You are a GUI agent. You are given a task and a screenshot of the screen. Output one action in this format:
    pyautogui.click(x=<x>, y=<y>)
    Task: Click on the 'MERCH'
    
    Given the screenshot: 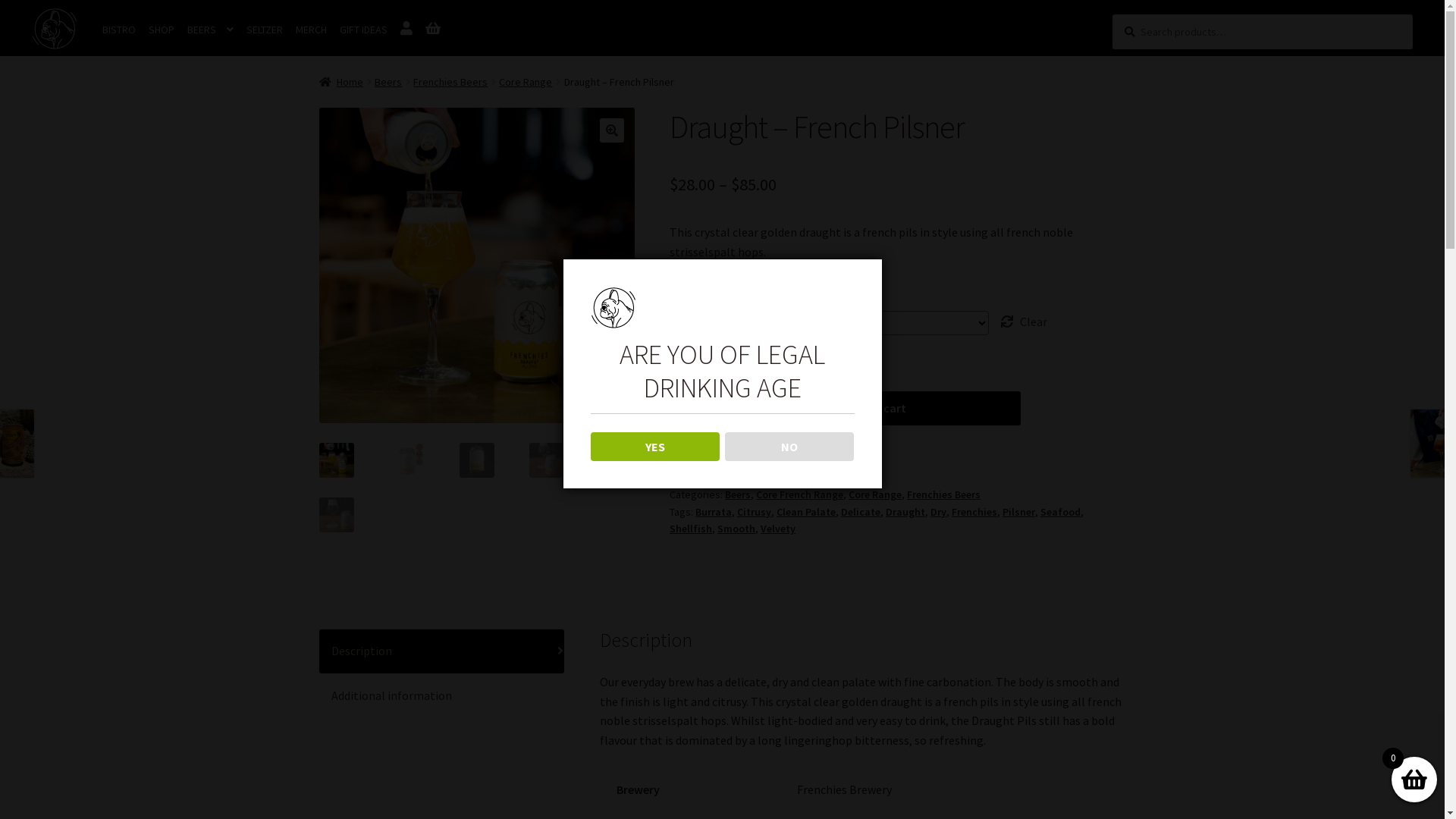 What is the action you would take?
    pyautogui.click(x=310, y=30)
    